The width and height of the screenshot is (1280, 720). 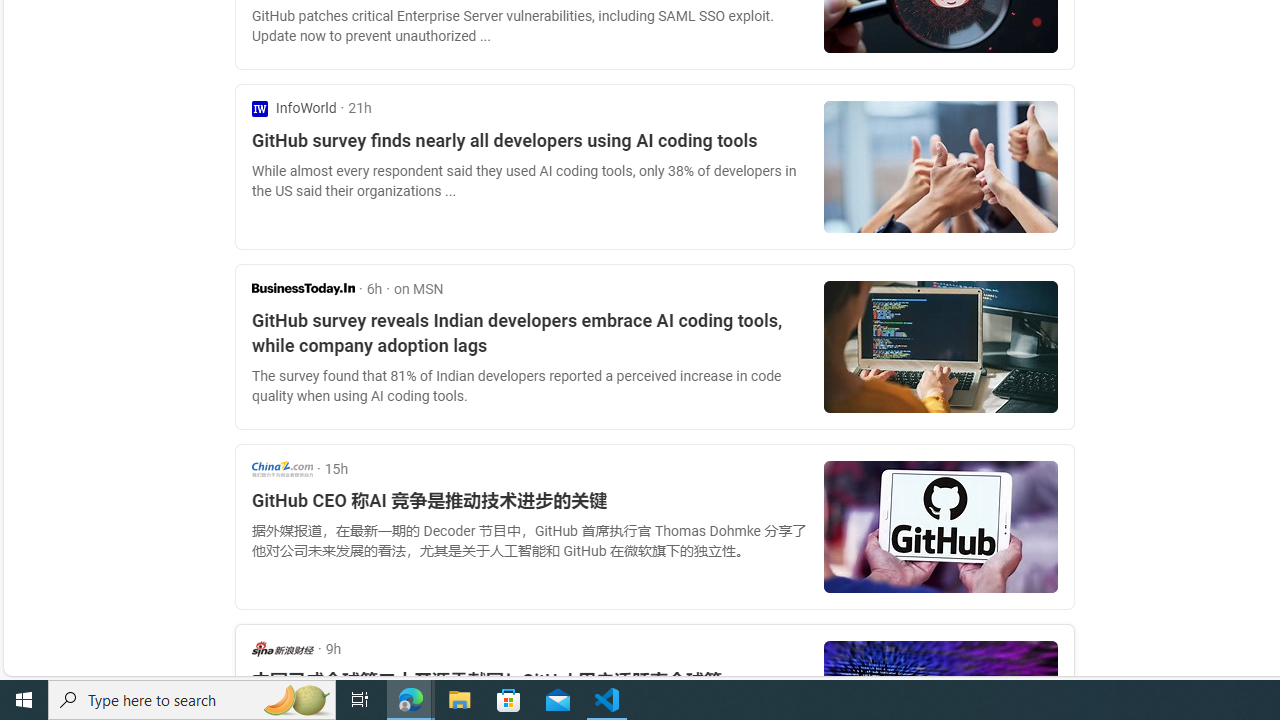 I want to click on 'Search news from InfoWorld', so click(x=293, y=108).